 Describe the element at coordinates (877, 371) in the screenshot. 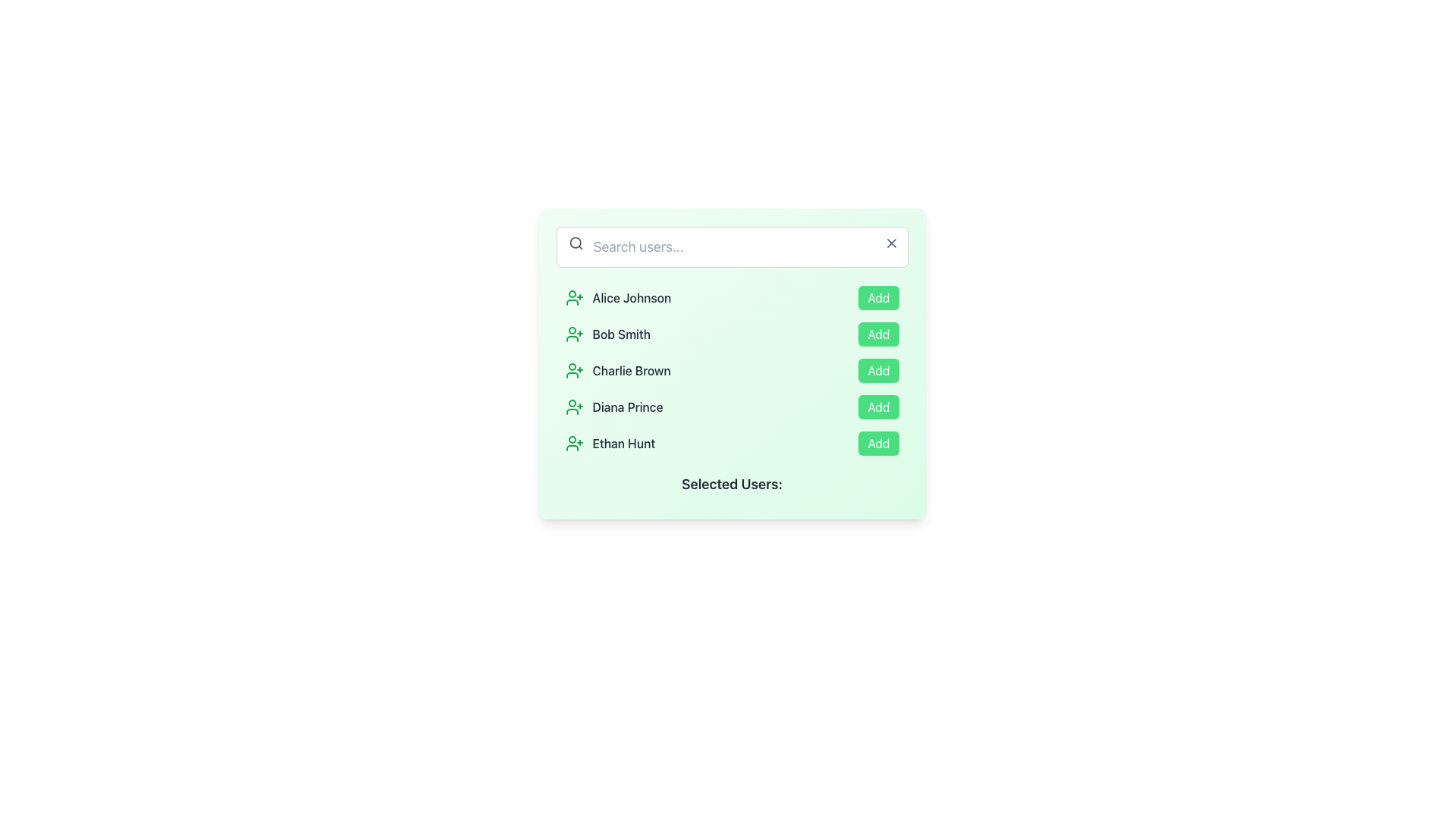

I see `the 'Add' button located to the right of the user 'Charlie Brown' in the vertically ordered list` at that location.